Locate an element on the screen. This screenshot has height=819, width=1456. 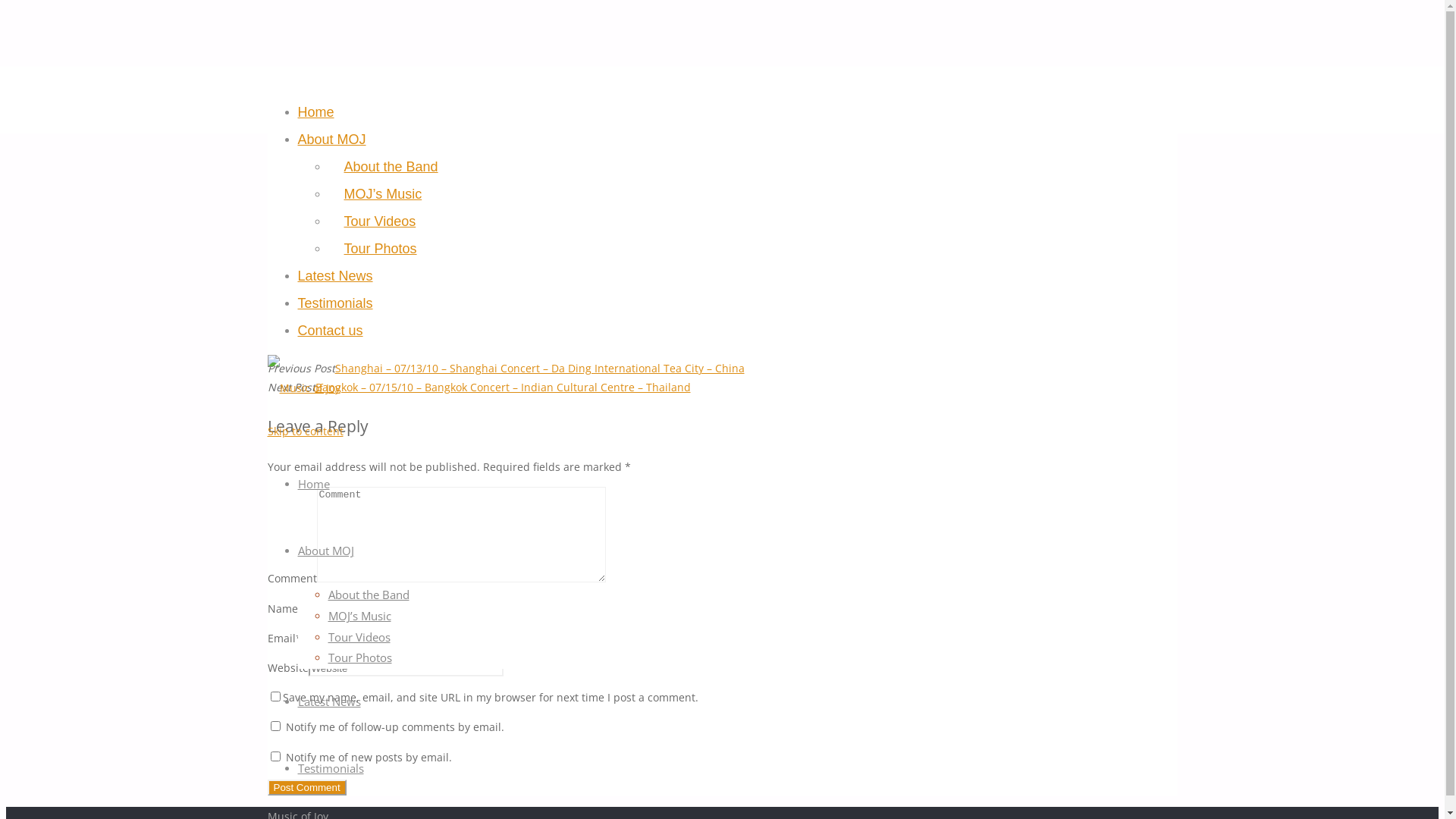
'Skip to content' is located at coordinates (304, 431).